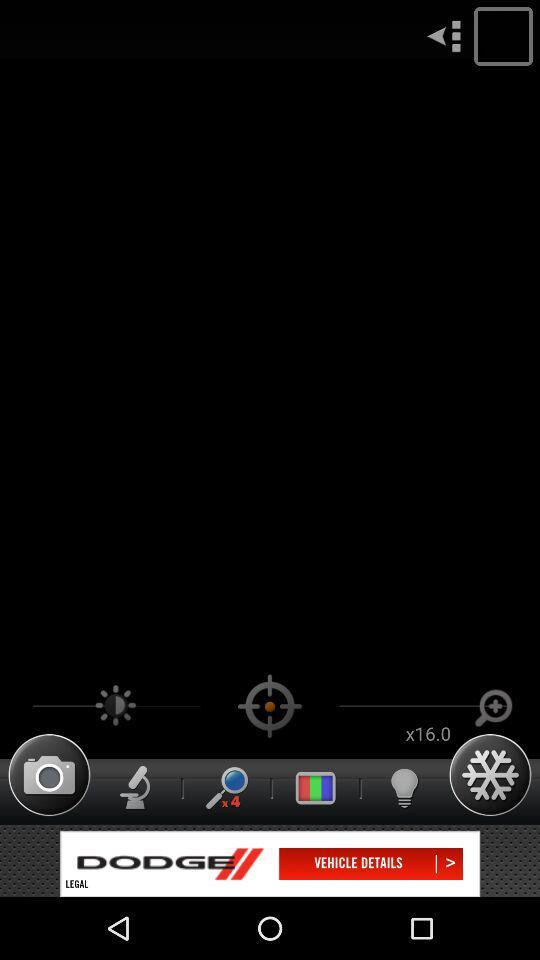 Image resolution: width=540 pixels, height=960 pixels. I want to click on the microphone icon, so click(404, 842).